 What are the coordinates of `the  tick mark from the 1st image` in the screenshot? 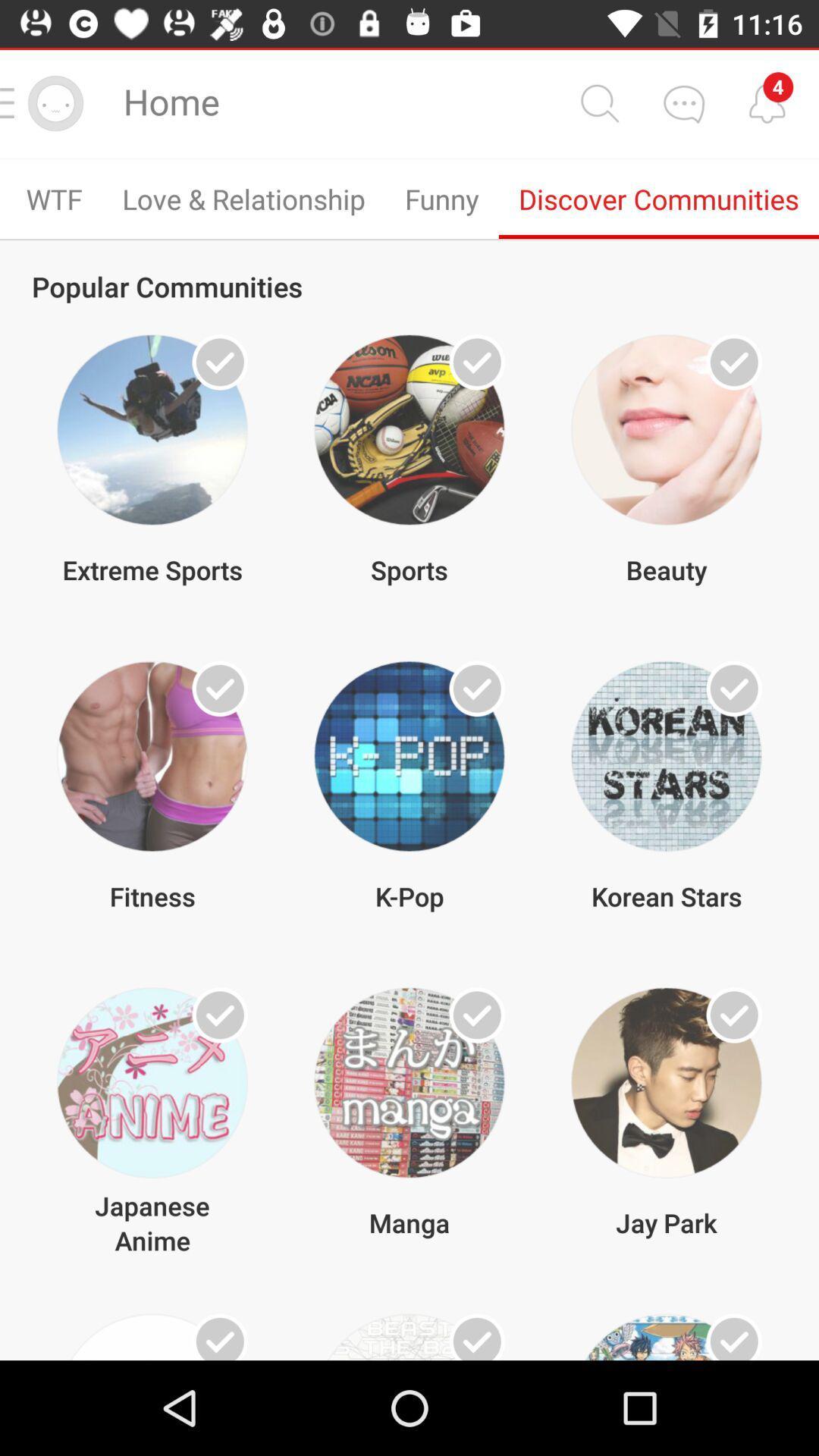 It's located at (220, 362).